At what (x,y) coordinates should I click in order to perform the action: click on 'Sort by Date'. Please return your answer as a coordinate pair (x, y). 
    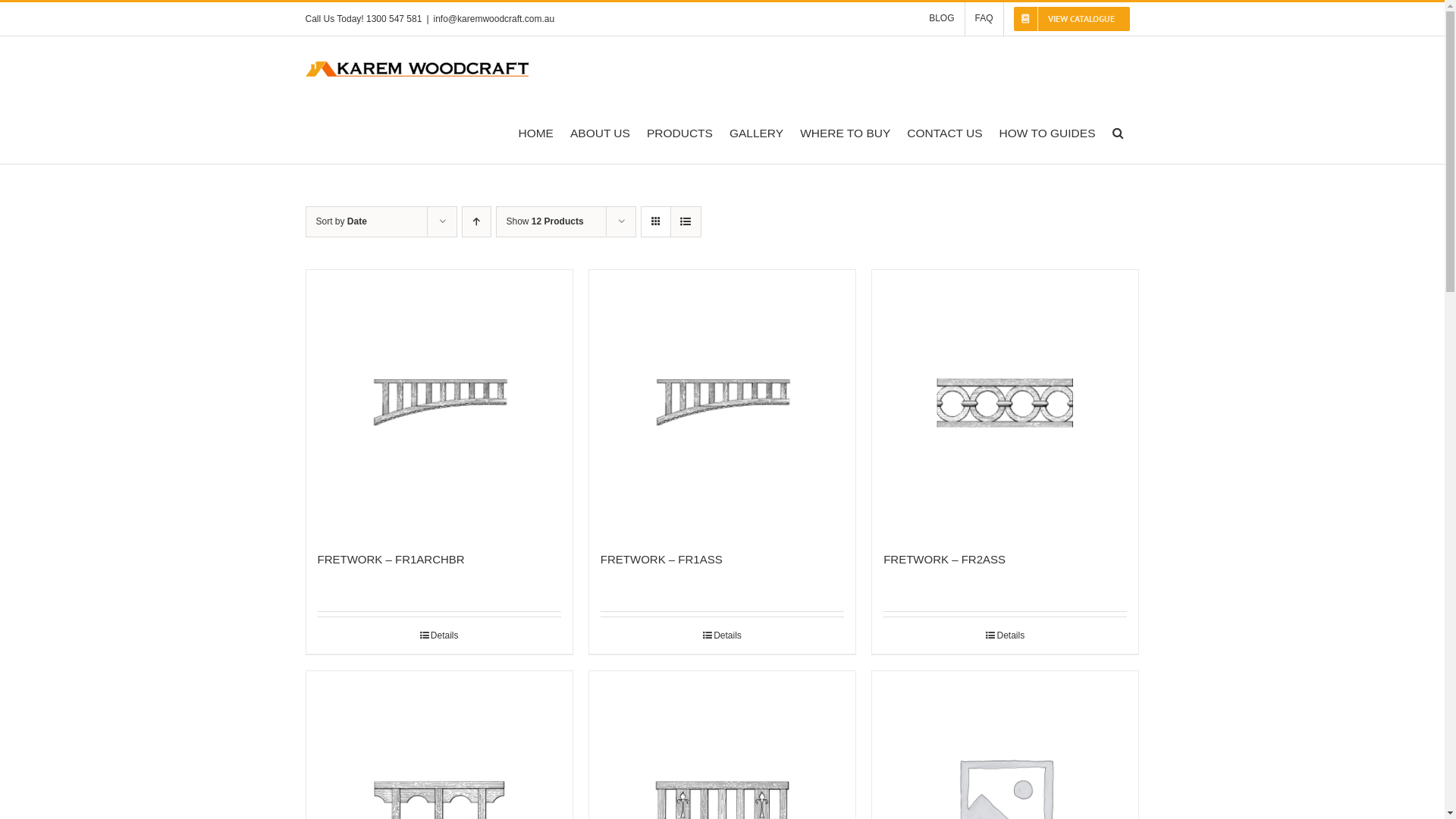
    Looking at the image, I should click on (340, 221).